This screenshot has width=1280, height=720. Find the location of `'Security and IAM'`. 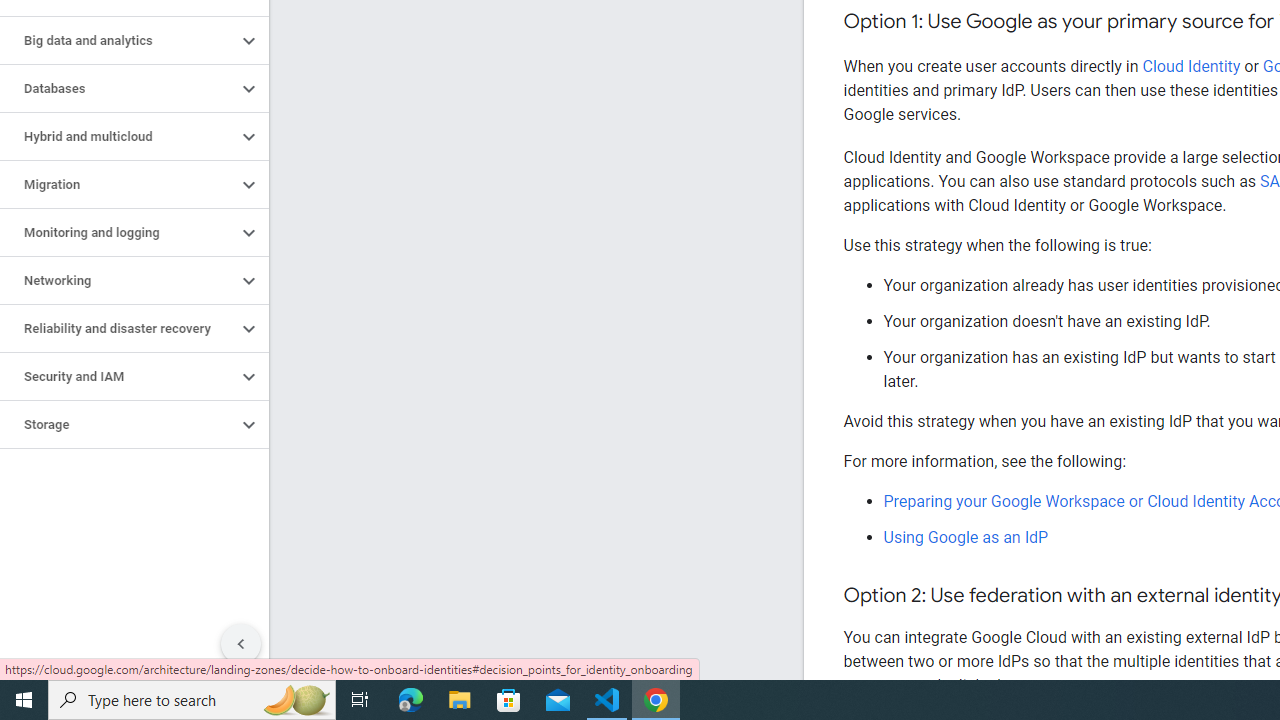

'Security and IAM' is located at coordinates (117, 376).